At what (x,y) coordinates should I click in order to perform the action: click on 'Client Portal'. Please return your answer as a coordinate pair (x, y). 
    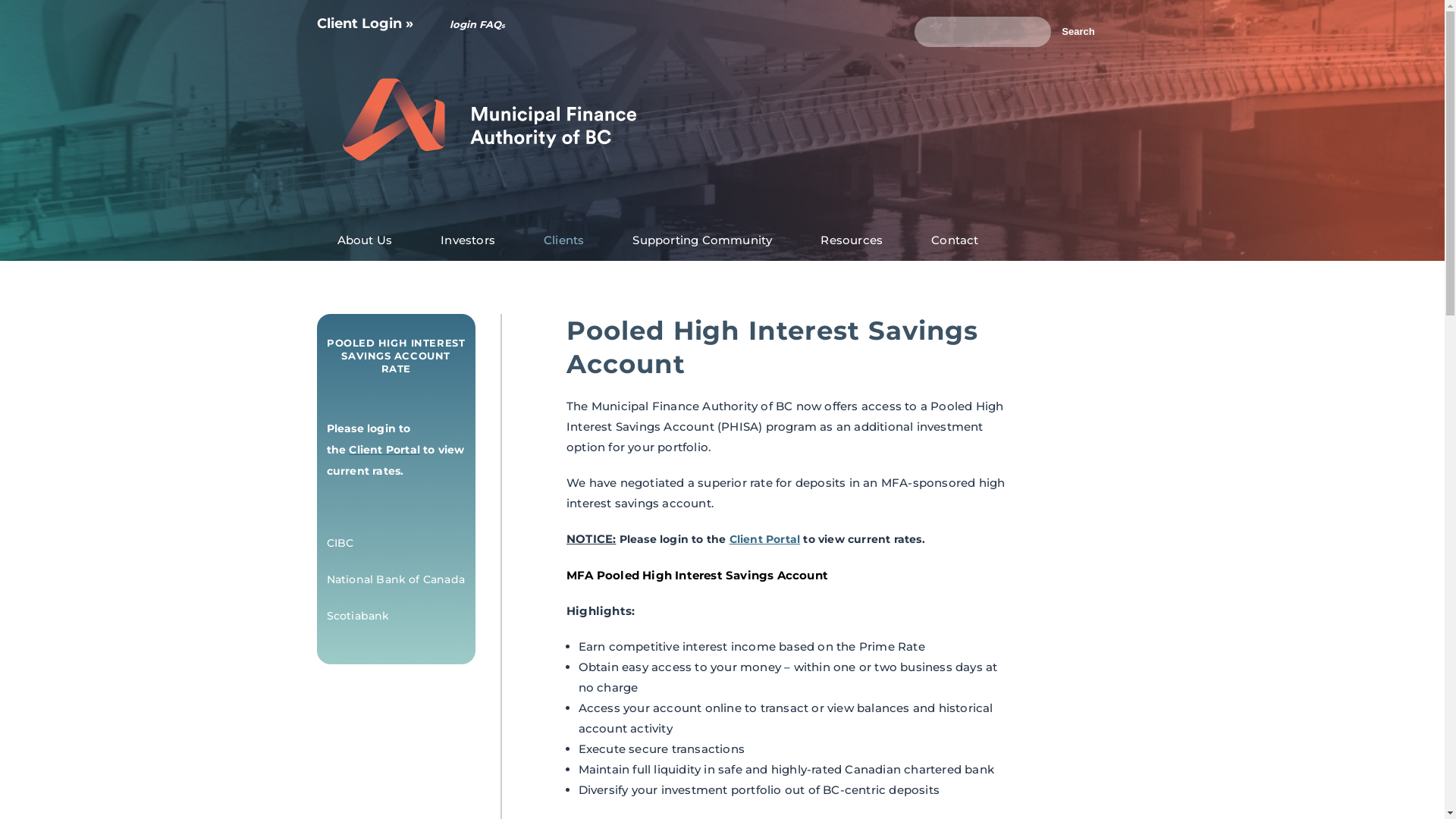
    Looking at the image, I should click on (764, 538).